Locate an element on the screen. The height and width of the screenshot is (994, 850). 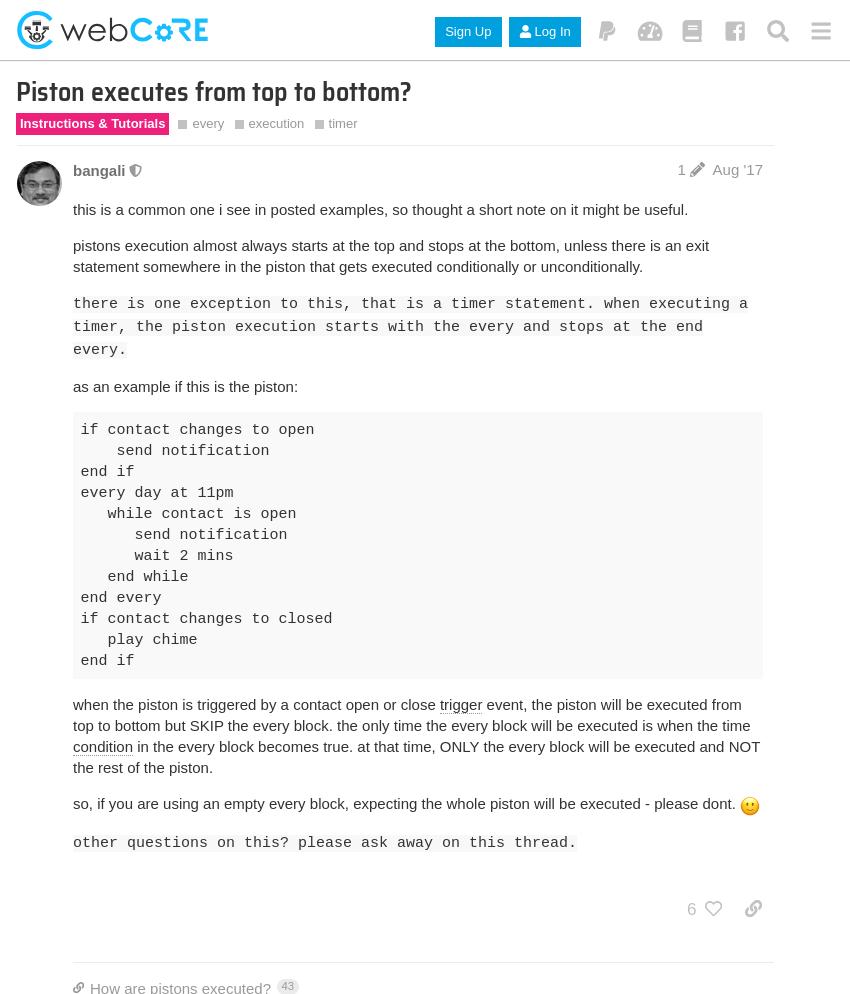
'when the piston is triggered by a contact open or close' is located at coordinates (255, 703).